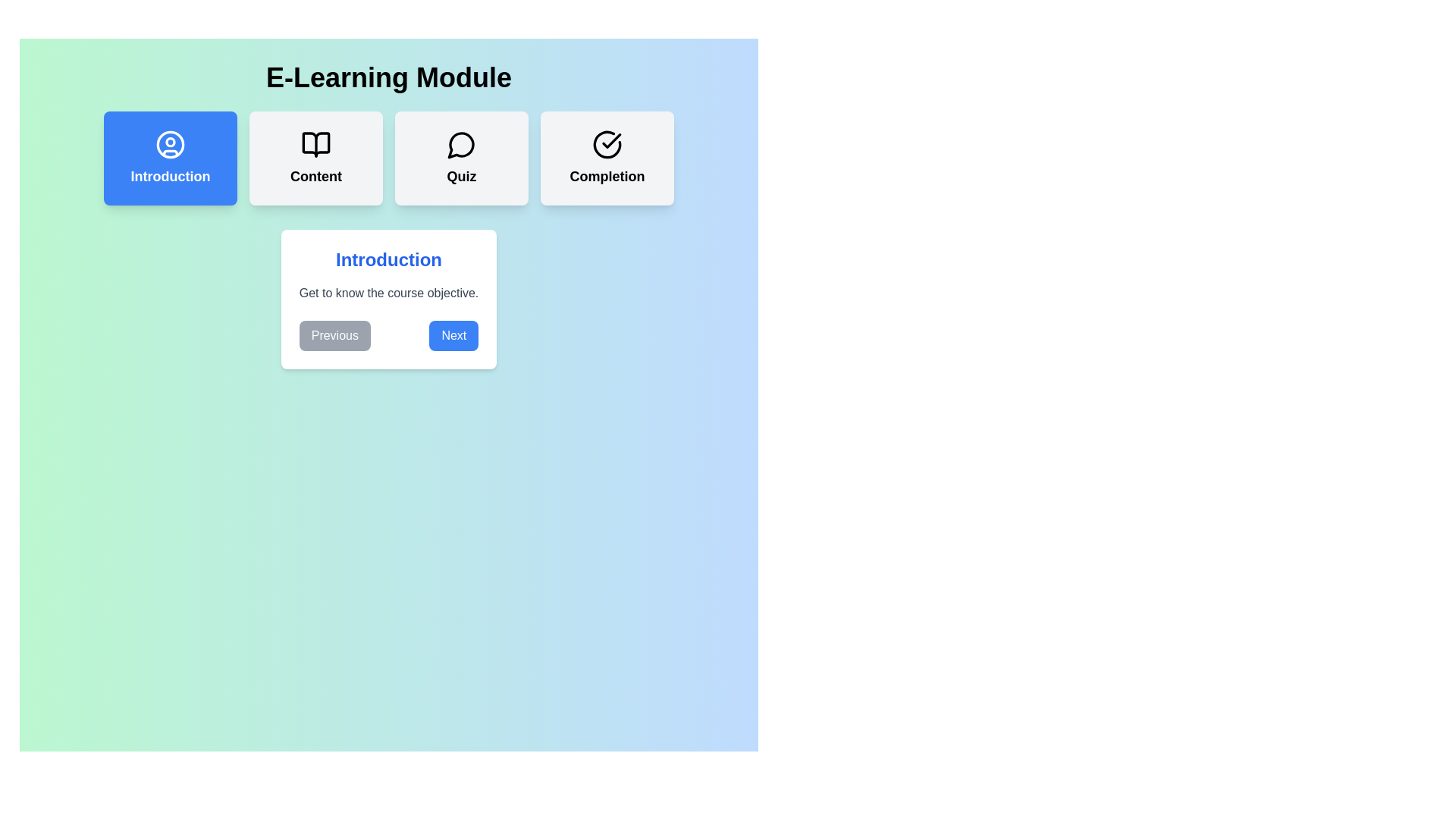 Image resolution: width=1456 pixels, height=819 pixels. Describe the element at coordinates (453, 335) in the screenshot. I see `'Next' button to navigate to the next learning step` at that location.